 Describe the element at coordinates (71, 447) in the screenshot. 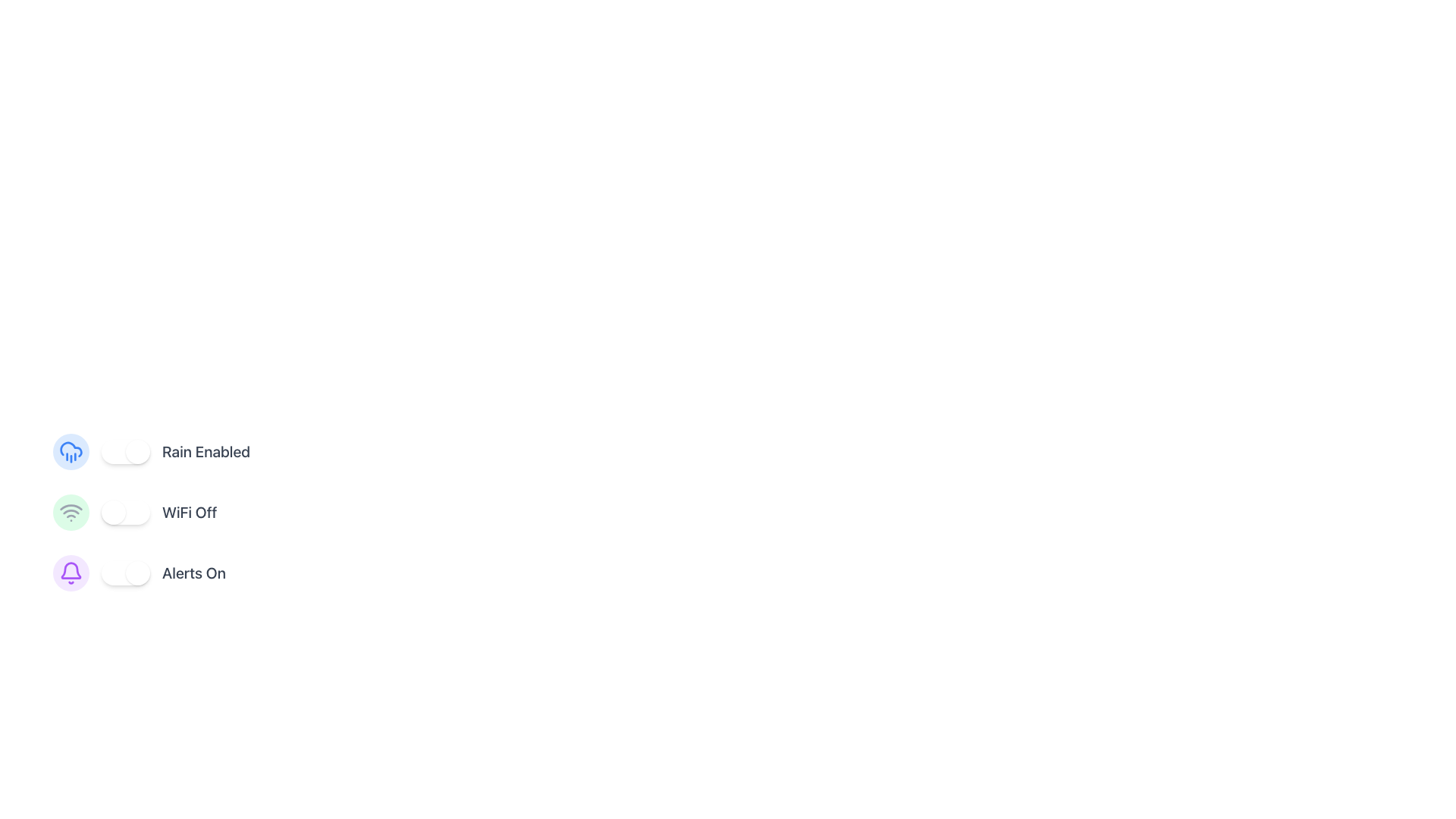

I see `the 'Rain Enabled' icon, which visually represents rain with vertical lines below the cloud` at that location.